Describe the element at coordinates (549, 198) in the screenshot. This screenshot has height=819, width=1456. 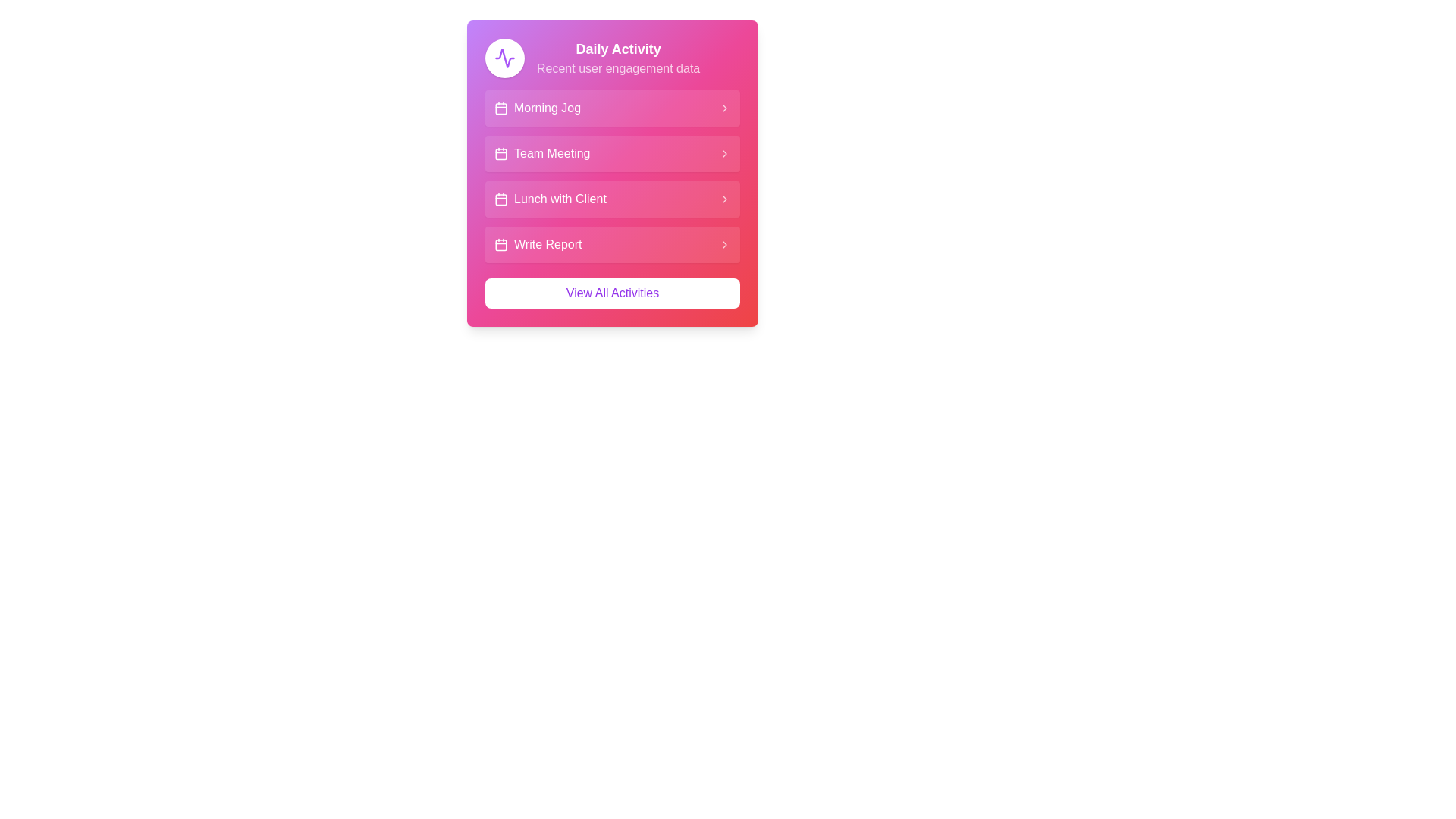
I see `the Text label representing an activity in the list, which is the third item between 'Team Meeting' and 'Write Report'` at that location.